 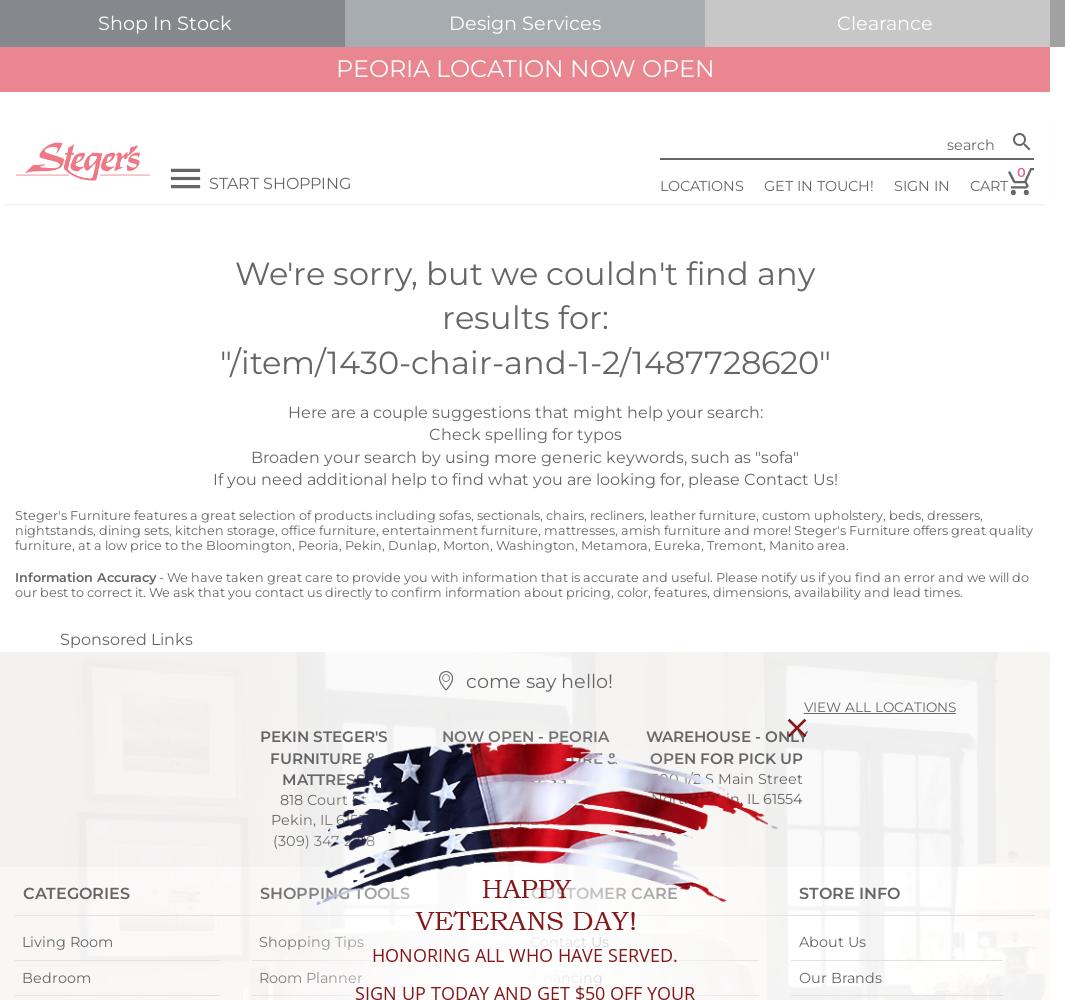 I want to click on 'sofas', so click(x=453, y=514).